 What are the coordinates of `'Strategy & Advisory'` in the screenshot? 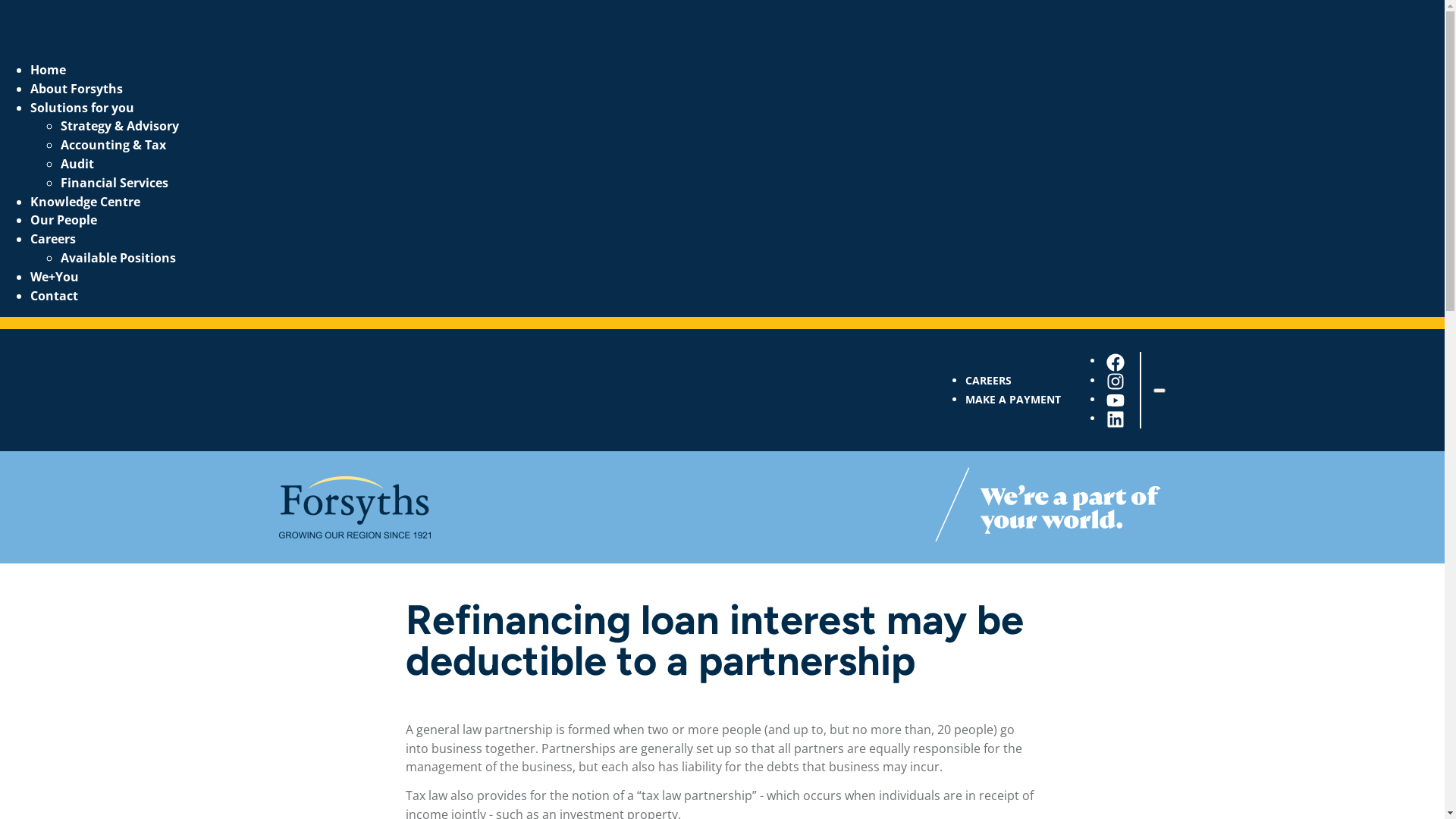 It's located at (61, 124).